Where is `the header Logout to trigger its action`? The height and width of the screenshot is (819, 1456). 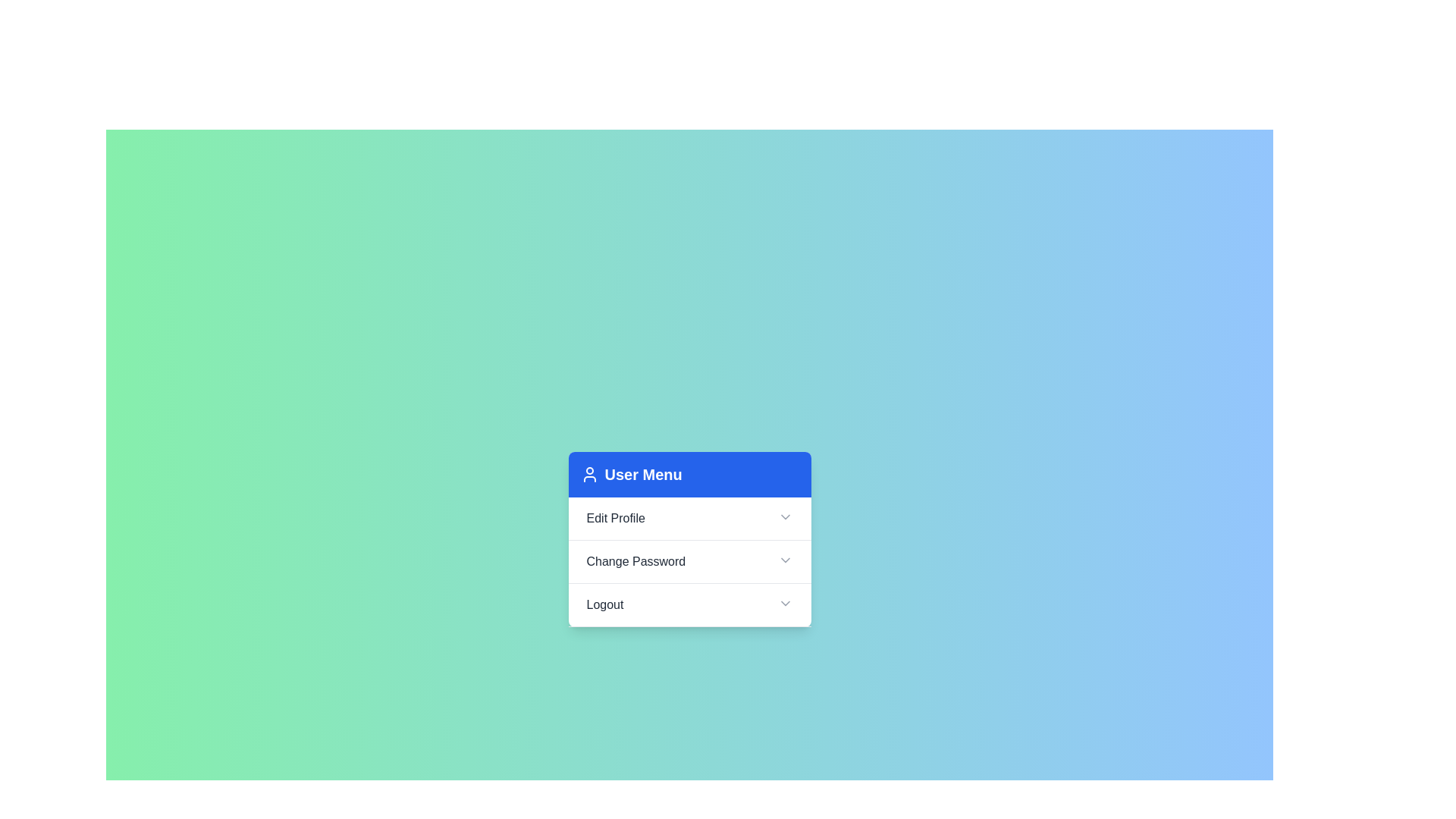 the header Logout to trigger its action is located at coordinates (689, 604).